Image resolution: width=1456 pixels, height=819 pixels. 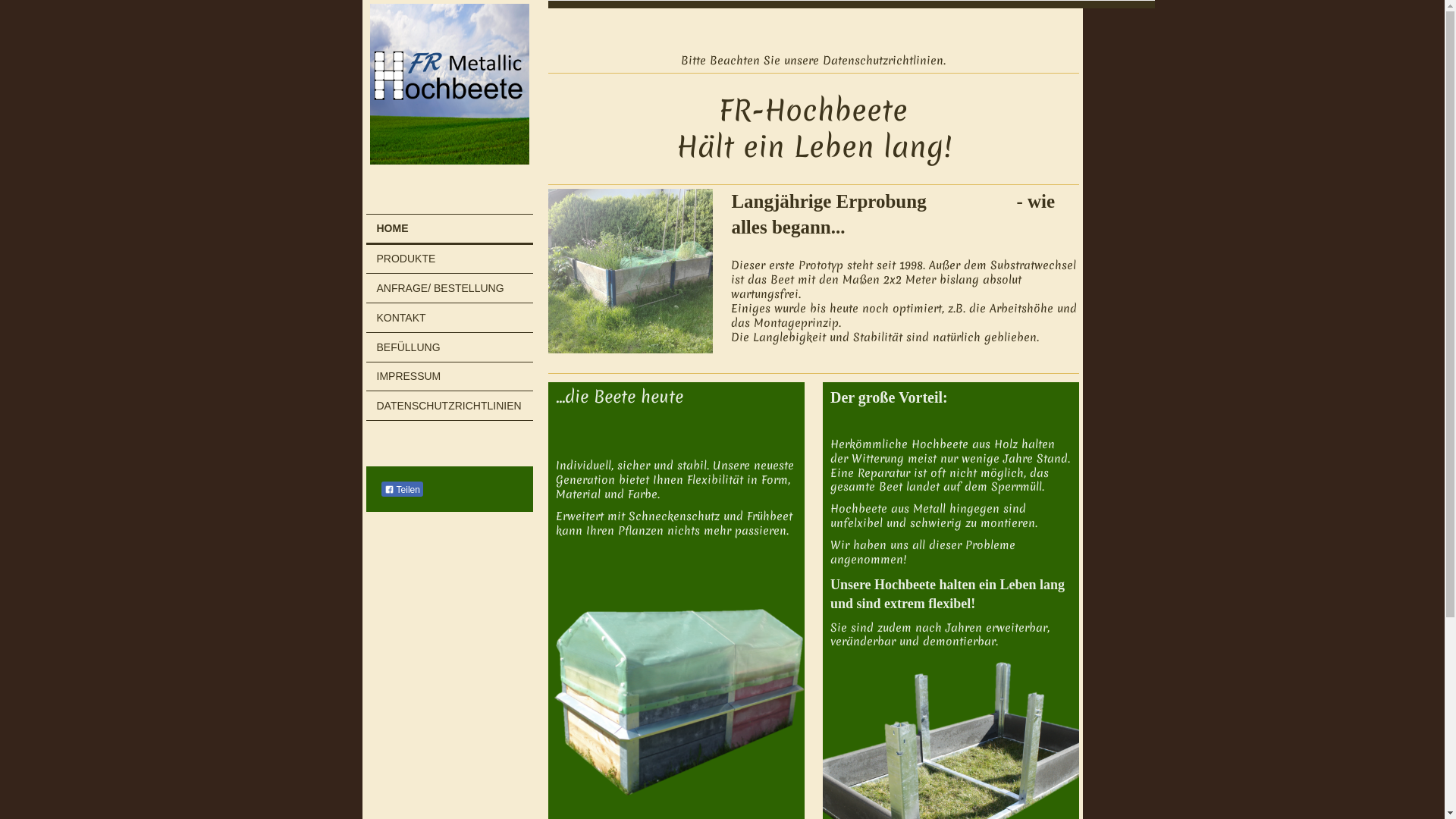 I want to click on 'Teilen', so click(x=401, y=488).